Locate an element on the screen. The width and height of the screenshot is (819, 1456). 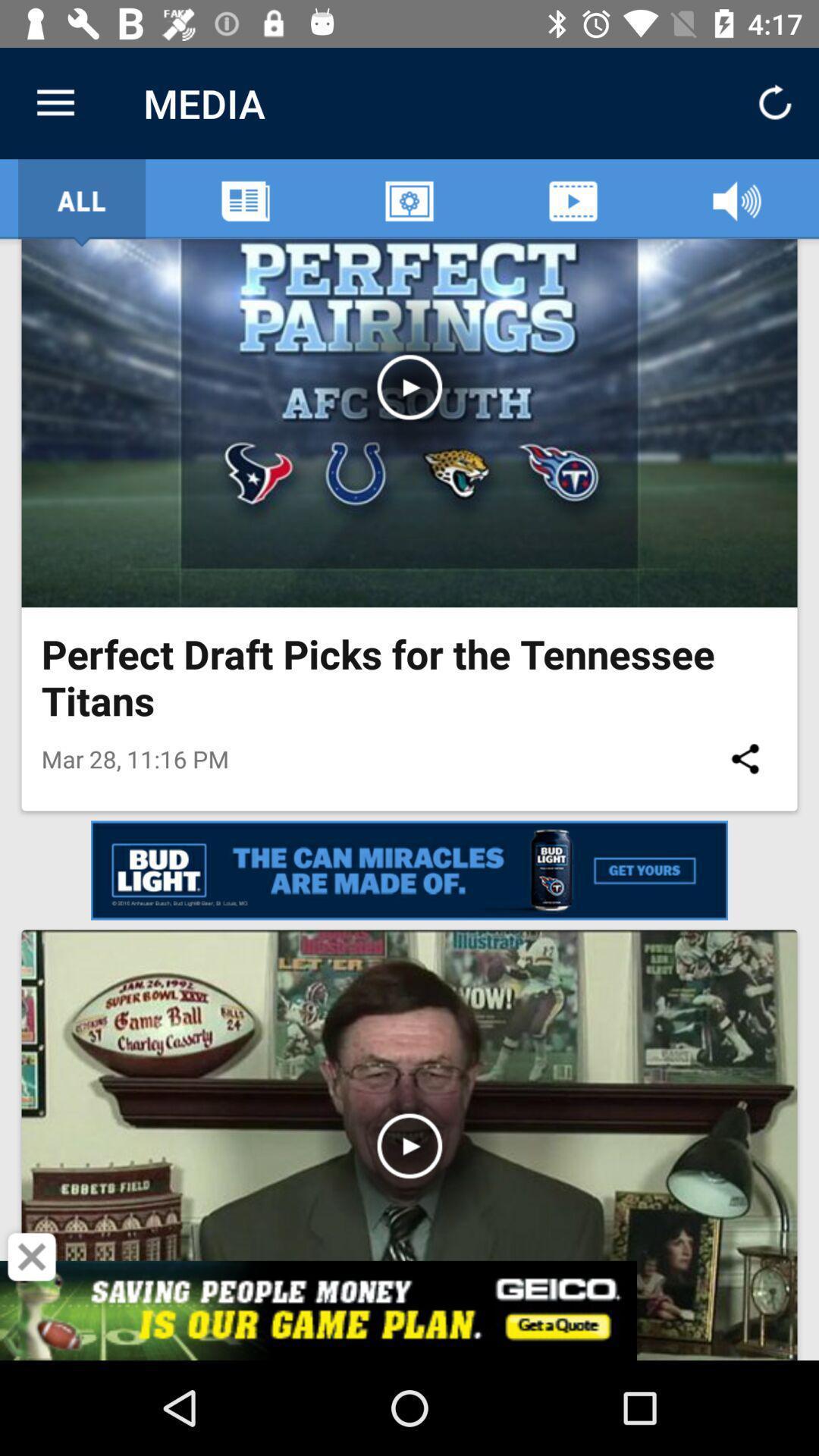
icon below perfect draft picks is located at coordinates (744, 758).